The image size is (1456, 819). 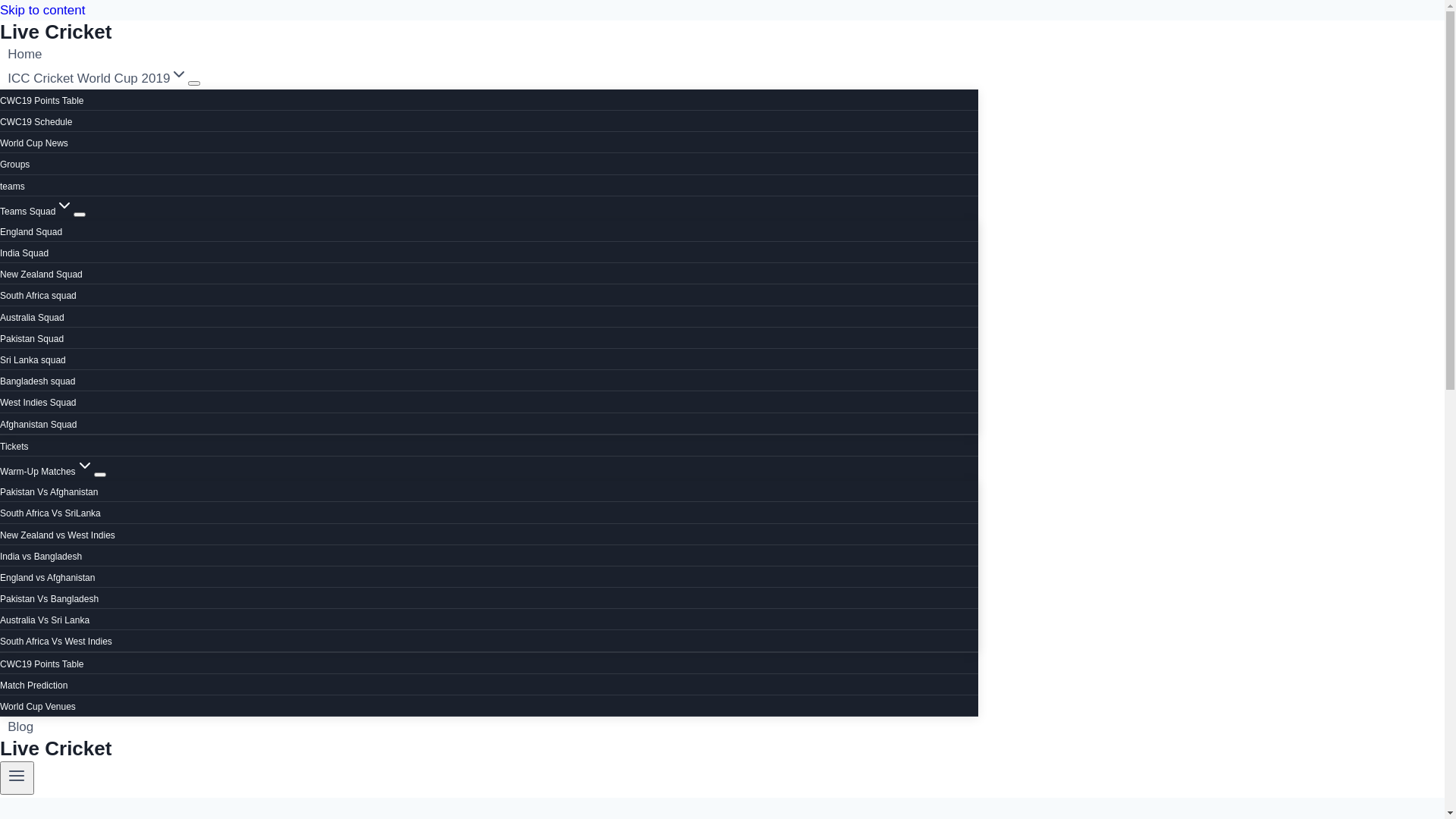 I want to click on 'CWC19 Points Table', so click(x=42, y=100).